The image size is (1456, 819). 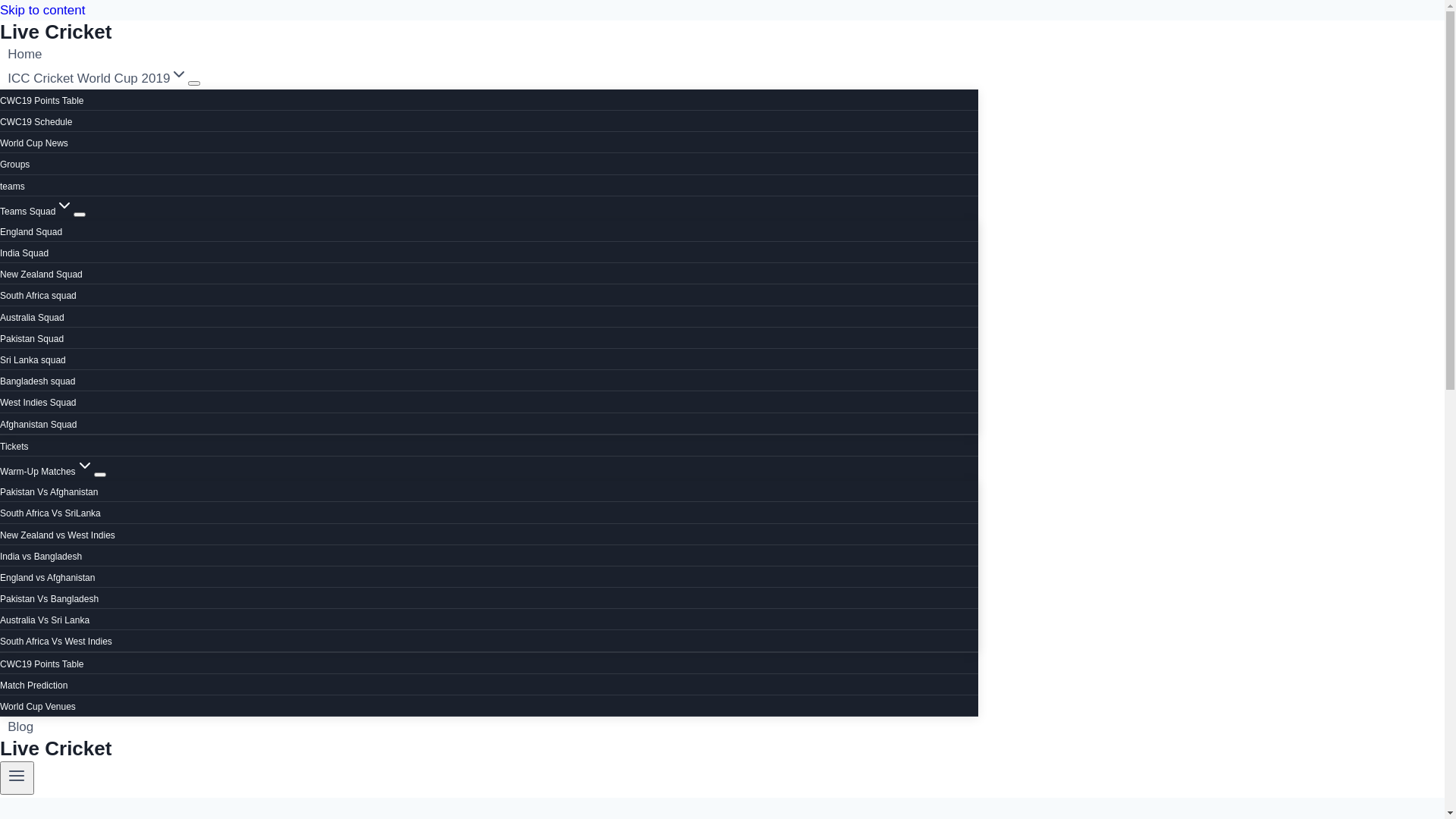 I want to click on 'CWC19 Points Table', so click(x=42, y=100).